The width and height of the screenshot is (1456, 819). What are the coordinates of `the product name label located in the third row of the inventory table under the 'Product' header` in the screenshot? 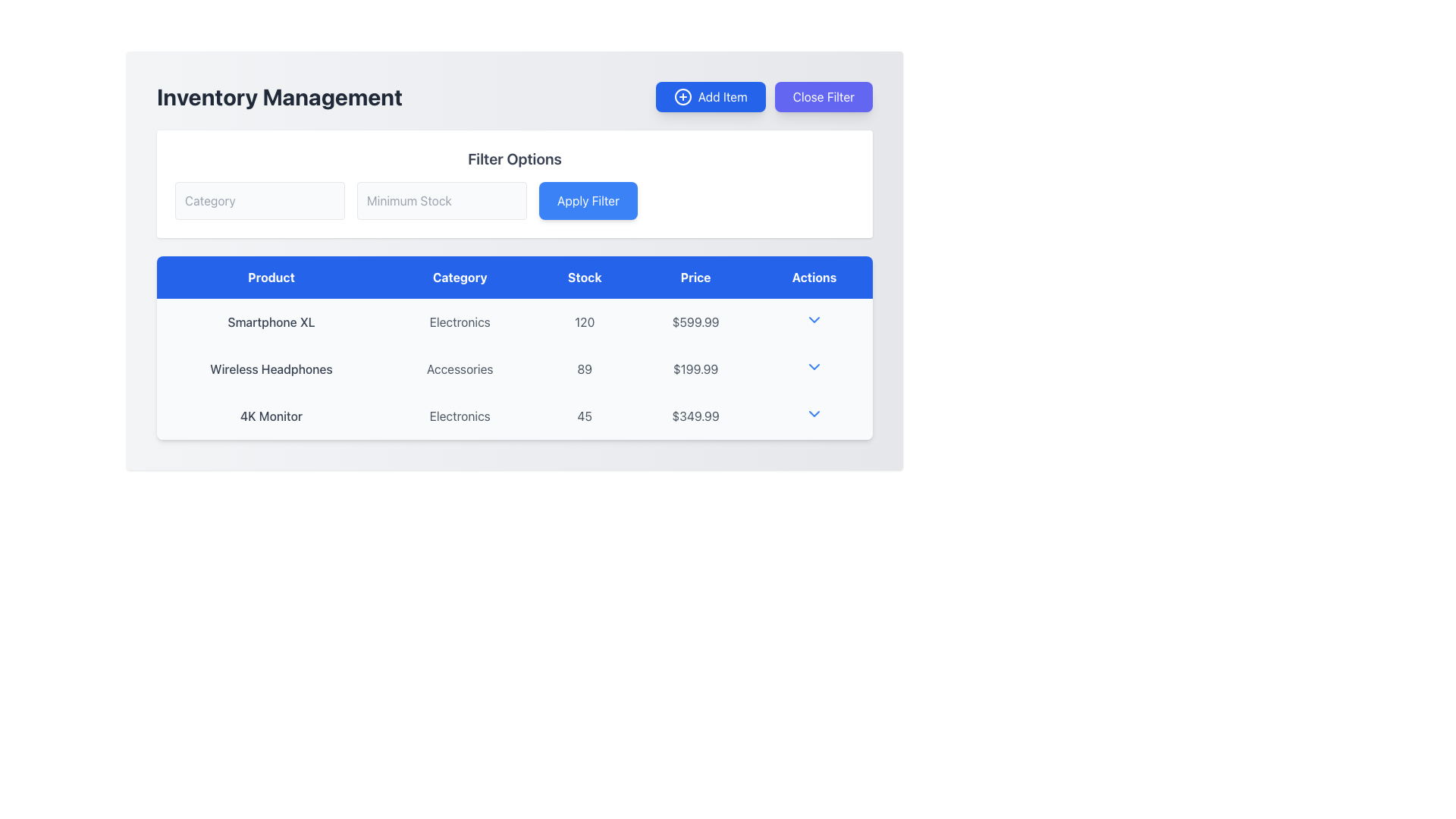 It's located at (271, 416).